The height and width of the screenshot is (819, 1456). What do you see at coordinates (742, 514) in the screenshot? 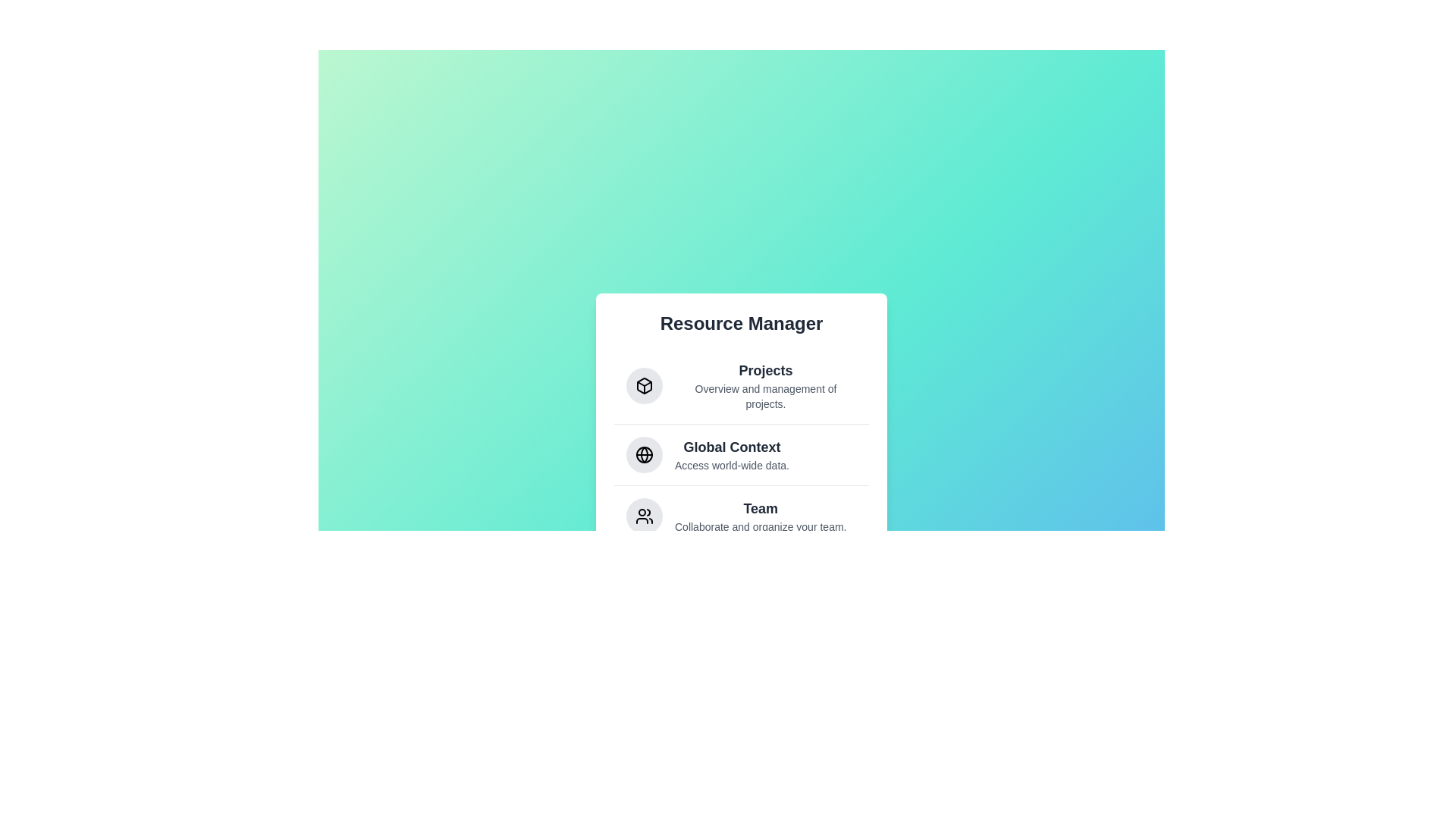
I see `the menu item Team to reveal additional information` at bounding box center [742, 514].